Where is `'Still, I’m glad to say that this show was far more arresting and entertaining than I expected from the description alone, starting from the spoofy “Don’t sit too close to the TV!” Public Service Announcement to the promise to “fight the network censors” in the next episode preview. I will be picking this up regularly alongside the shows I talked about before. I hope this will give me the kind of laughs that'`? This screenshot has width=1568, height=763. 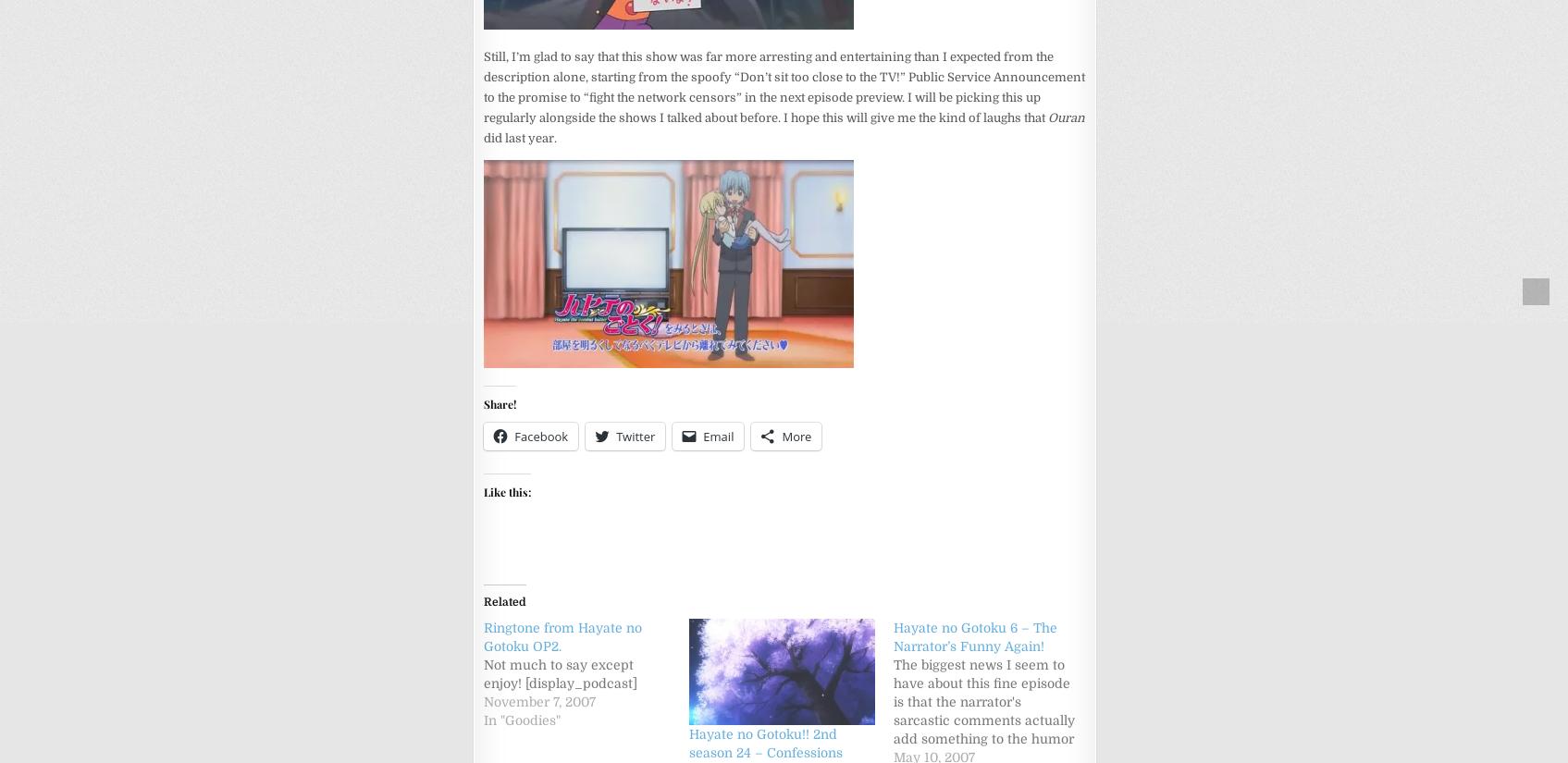 'Still, I’m glad to say that this show was far more arresting and entertaining than I expected from the description alone, starting from the spoofy “Don’t sit too close to the TV!” Public Service Announcement to the promise to “fight the network censors” in the next episode preview. I will be picking this up regularly alongside the shows I talked about before. I hope this will give me the kind of laughs that' is located at coordinates (784, 85).